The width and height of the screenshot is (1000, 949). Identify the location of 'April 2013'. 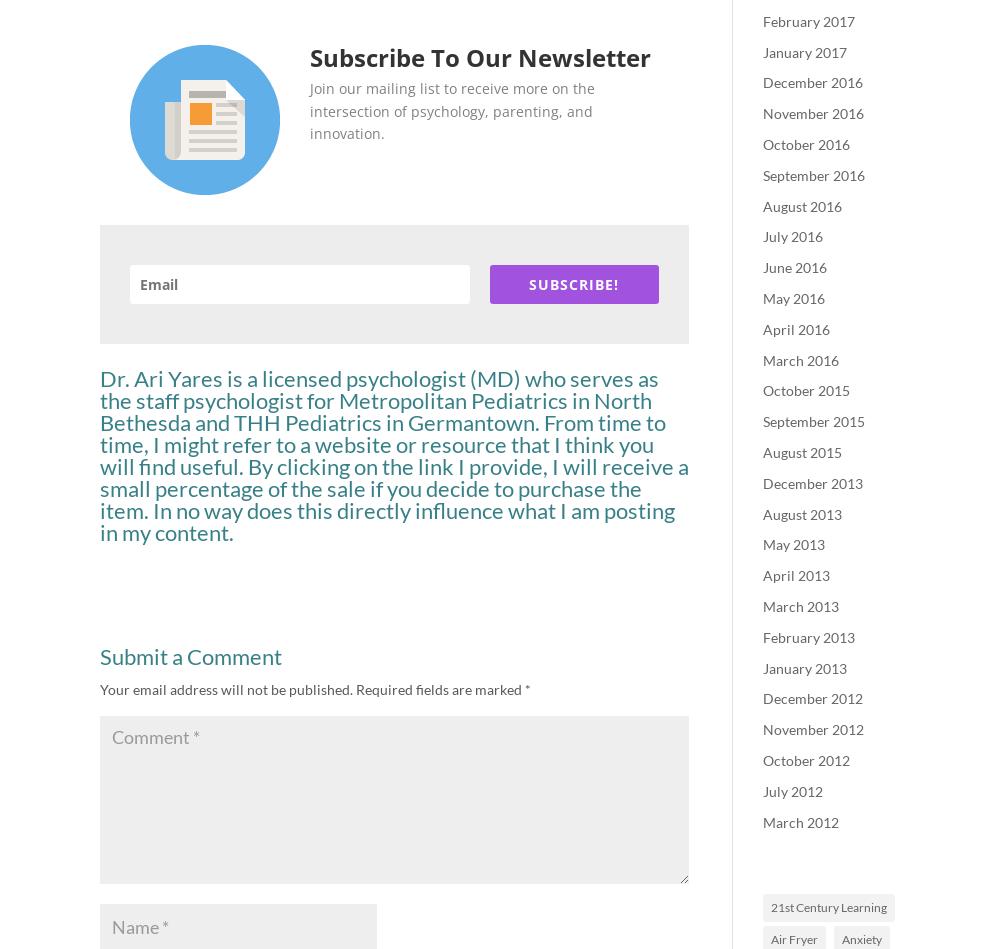
(796, 574).